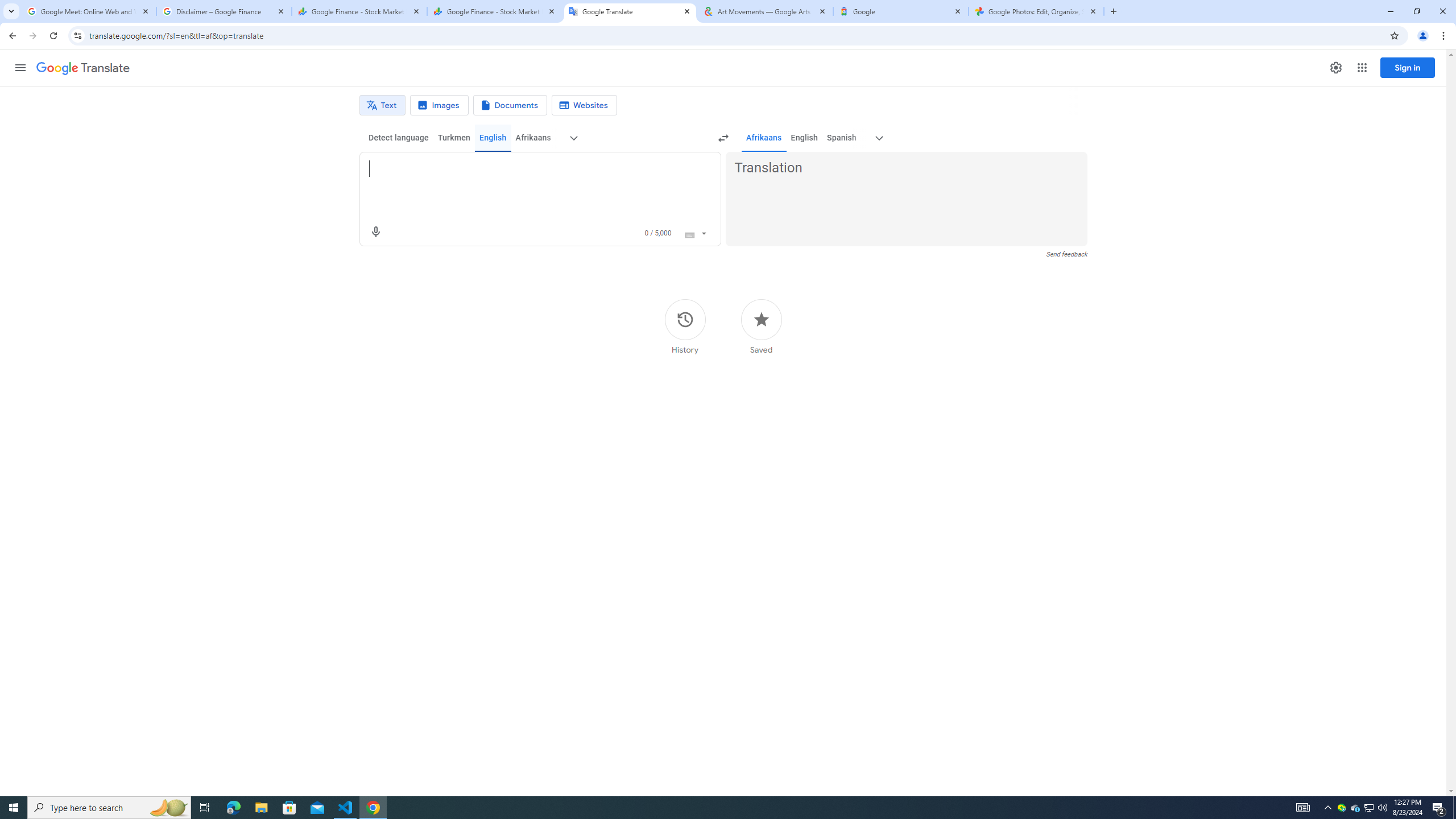 The height and width of the screenshot is (819, 1456). I want to click on 'Show the Input Tools menu', so click(703, 231).